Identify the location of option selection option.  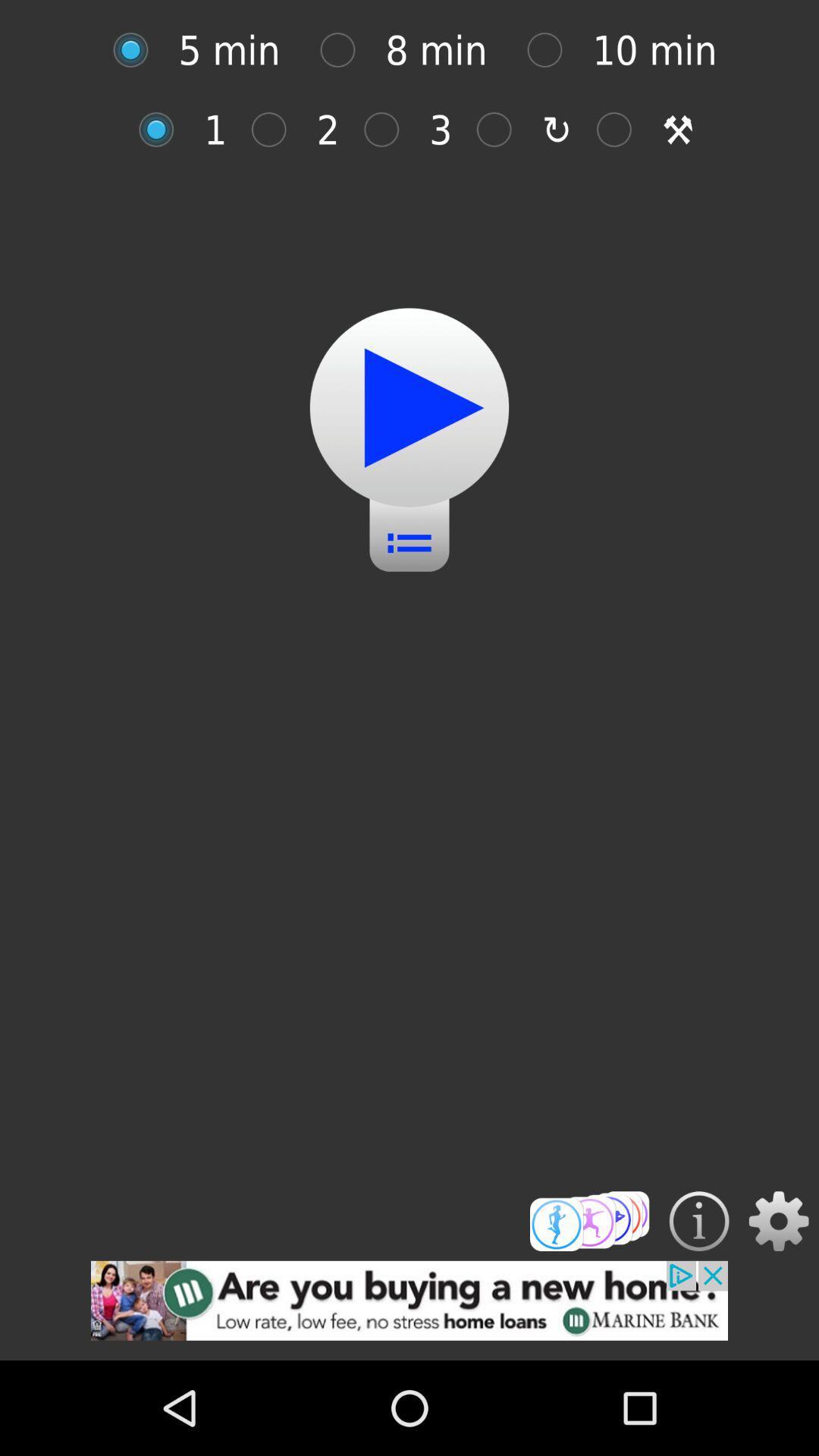
(164, 130).